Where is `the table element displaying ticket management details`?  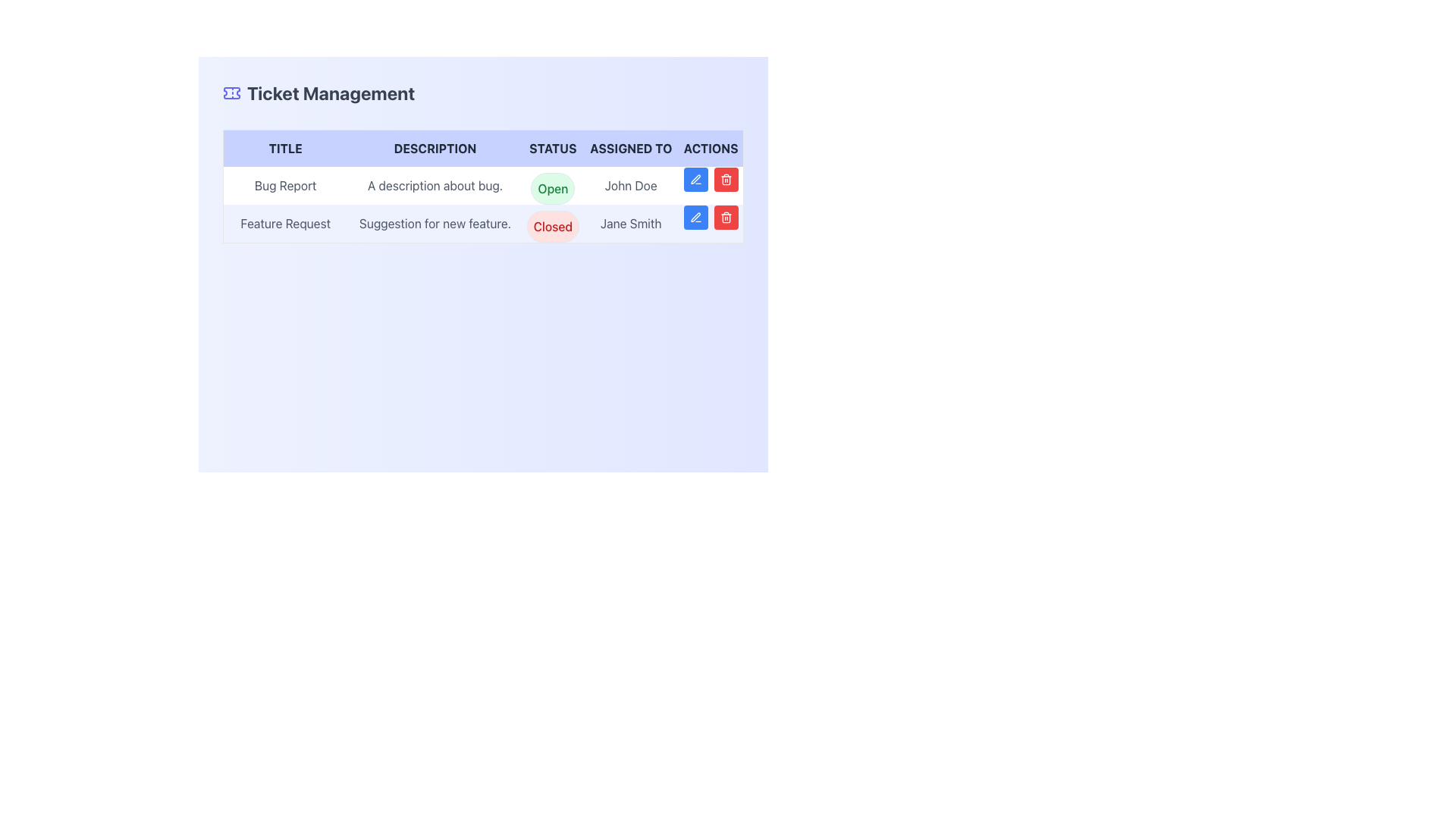 the table element displaying ticket management details is located at coordinates (482, 185).